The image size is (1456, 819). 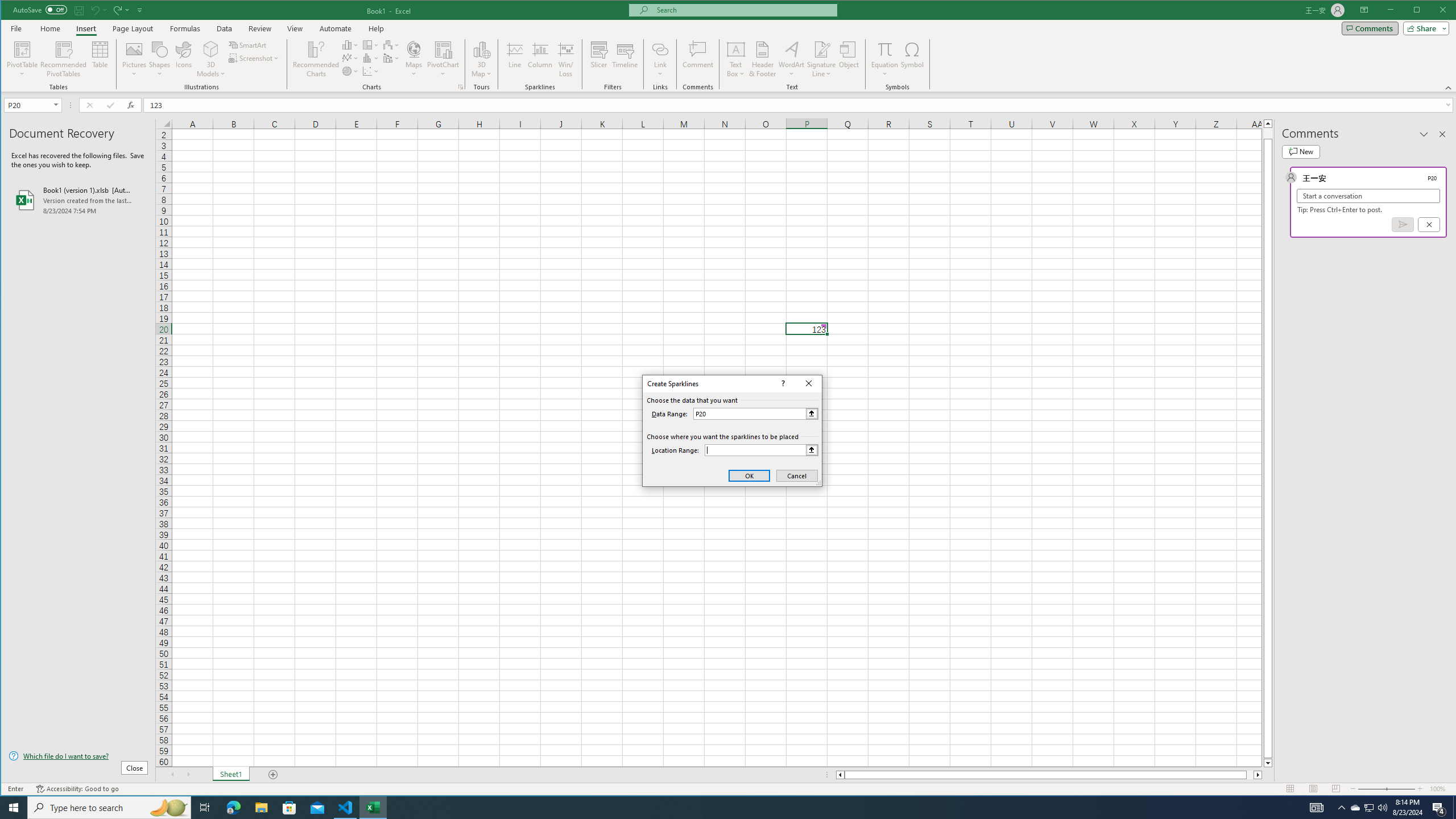 What do you see at coordinates (255, 58) in the screenshot?
I see `'Screenshot'` at bounding box center [255, 58].